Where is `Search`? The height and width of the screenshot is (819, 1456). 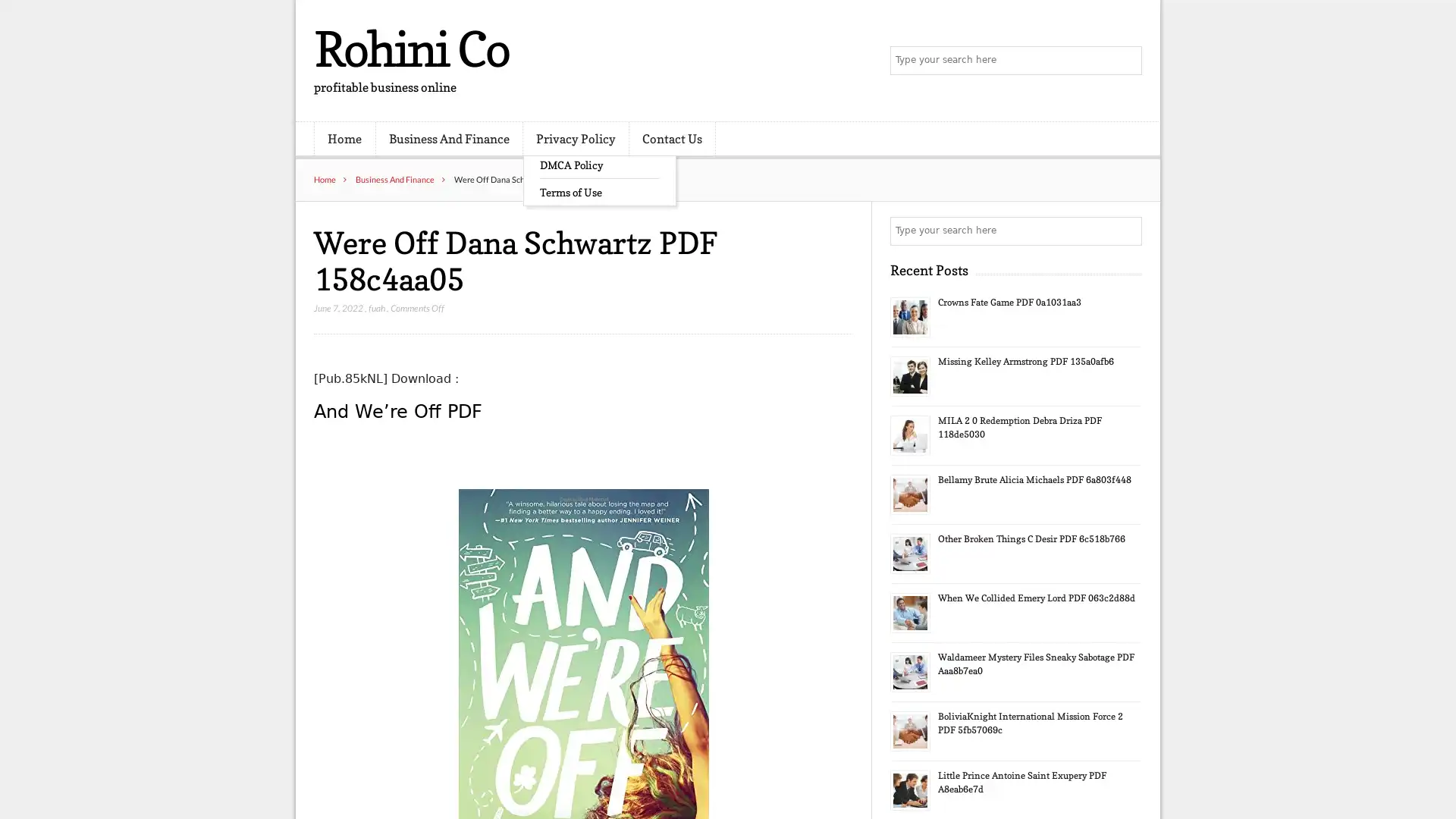
Search is located at coordinates (1126, 231).